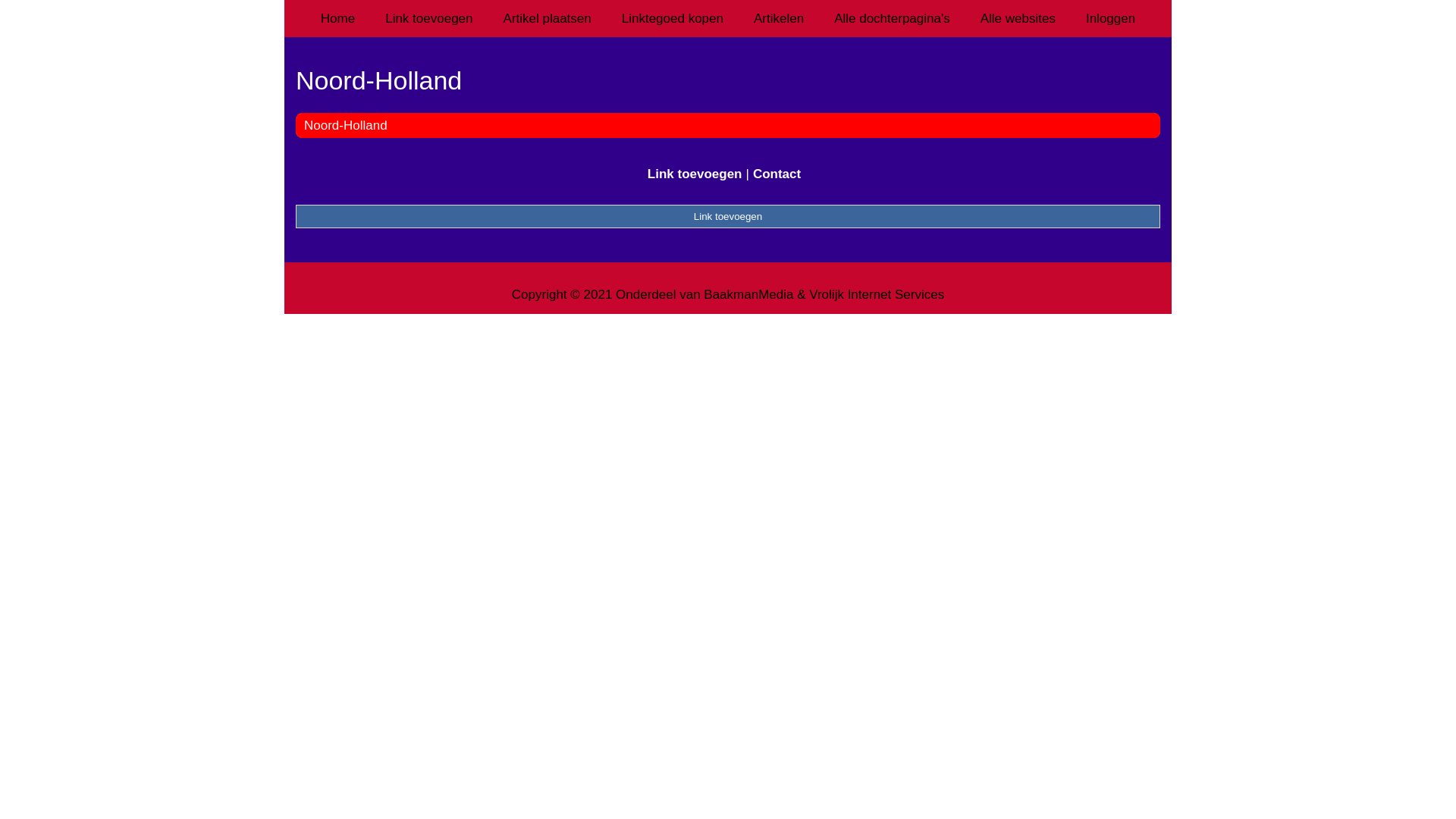 This screenshot has width=1456, height=819. Describe the element at coordinates (672, 18) in the screenshot. I see `'Linktegoed kopen'` at that location.